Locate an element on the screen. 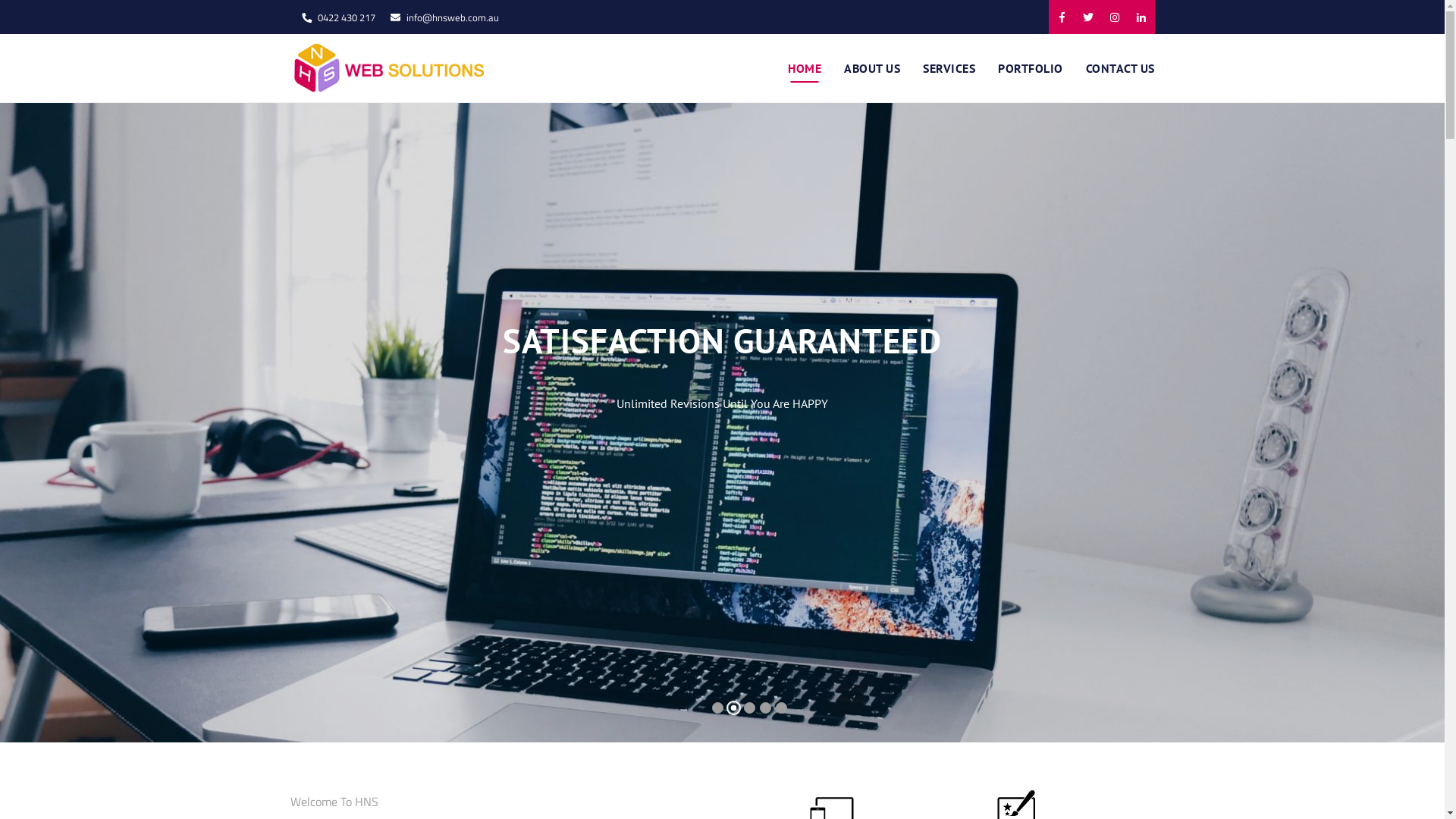 This screenshot has height=819, width=1456. 'CONTACT US' is located at coordinates (1073, 67).